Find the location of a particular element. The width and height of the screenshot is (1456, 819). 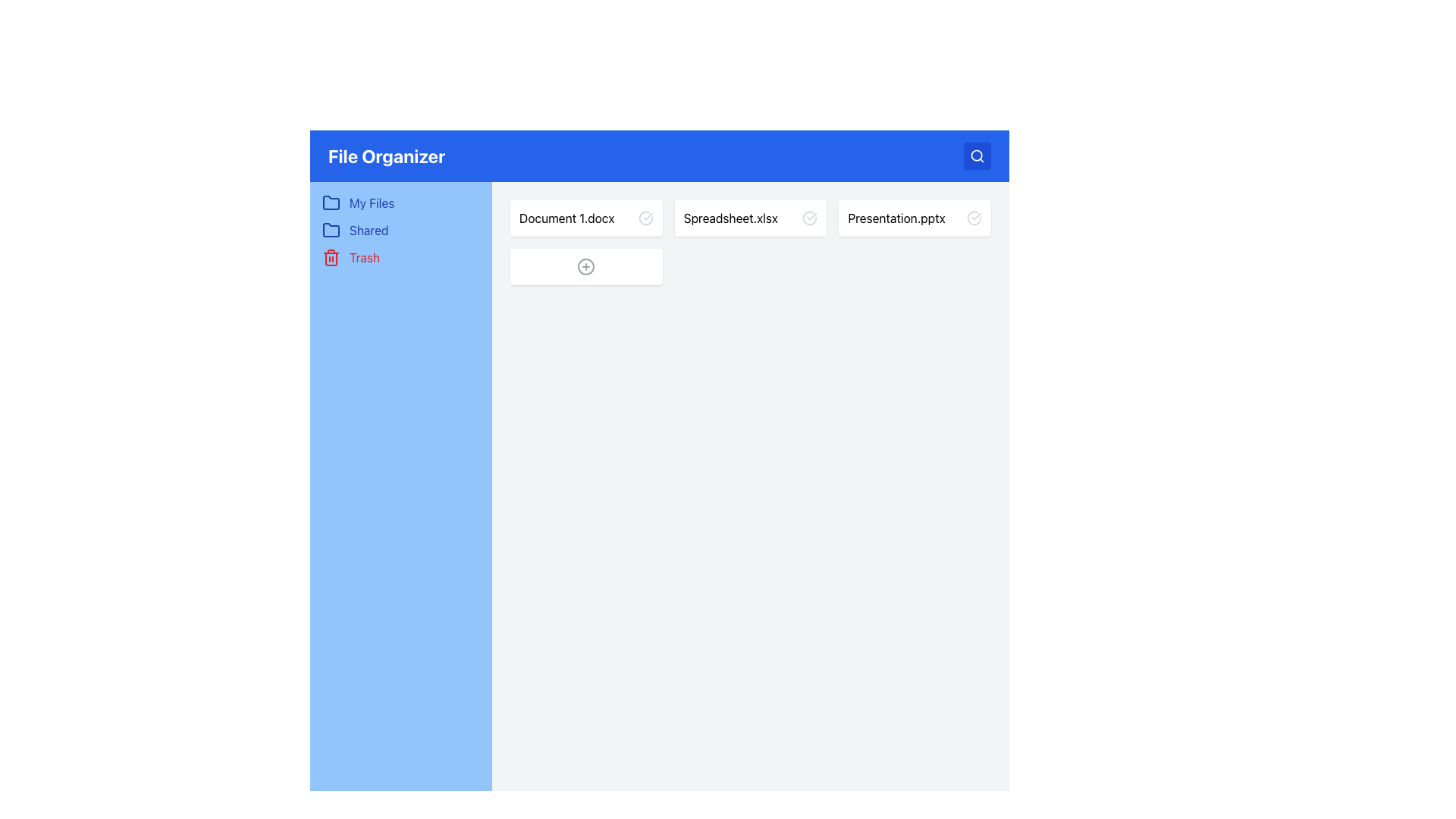

the text label displaying 'Presentation.pptx', located in the upper right portion of the main content area is located at coordinates (896, 218).